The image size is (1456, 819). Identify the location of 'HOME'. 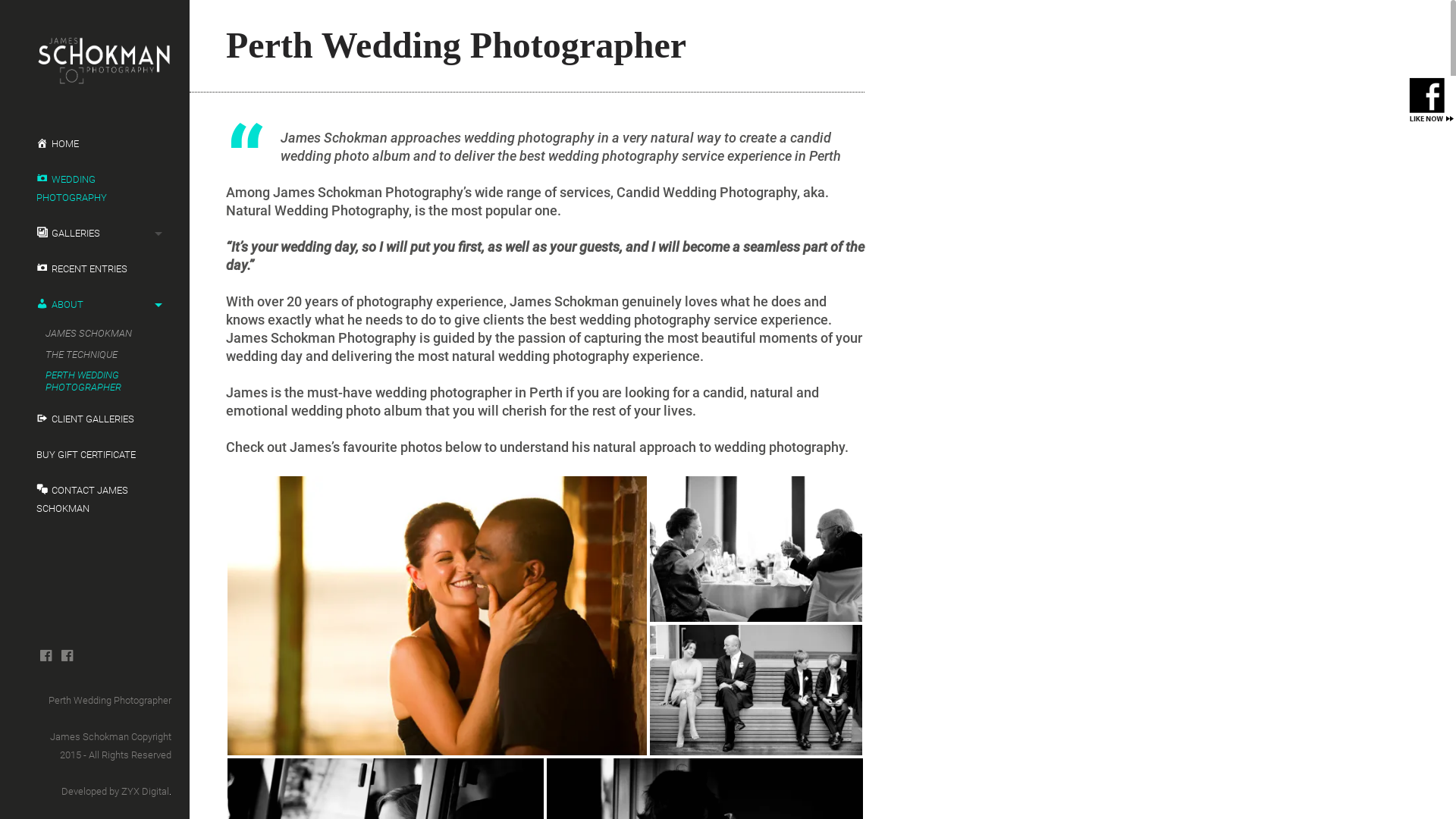
(93, 143).